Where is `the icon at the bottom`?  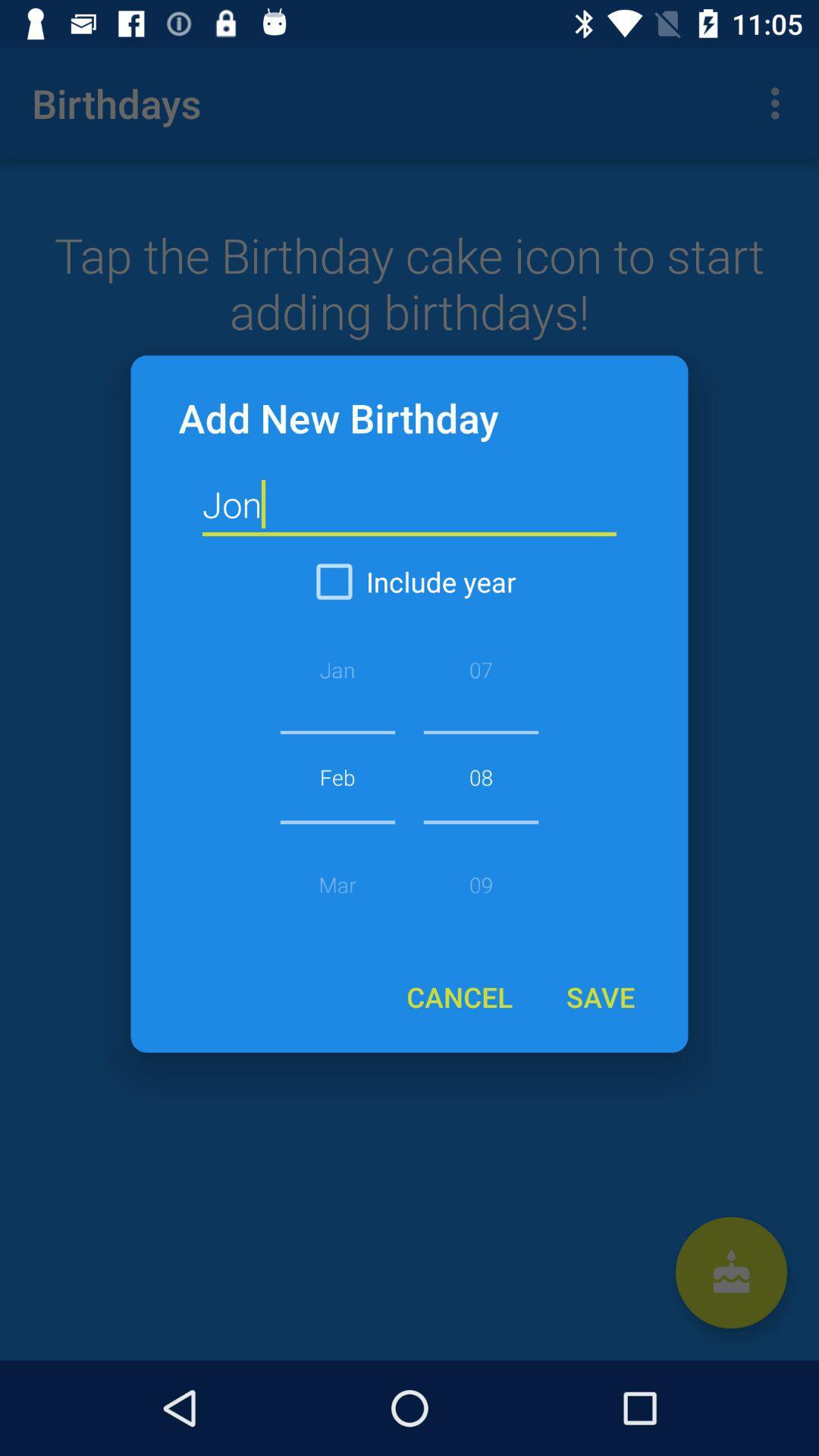
the icon at the bottom is located at coordinates (459, 996).